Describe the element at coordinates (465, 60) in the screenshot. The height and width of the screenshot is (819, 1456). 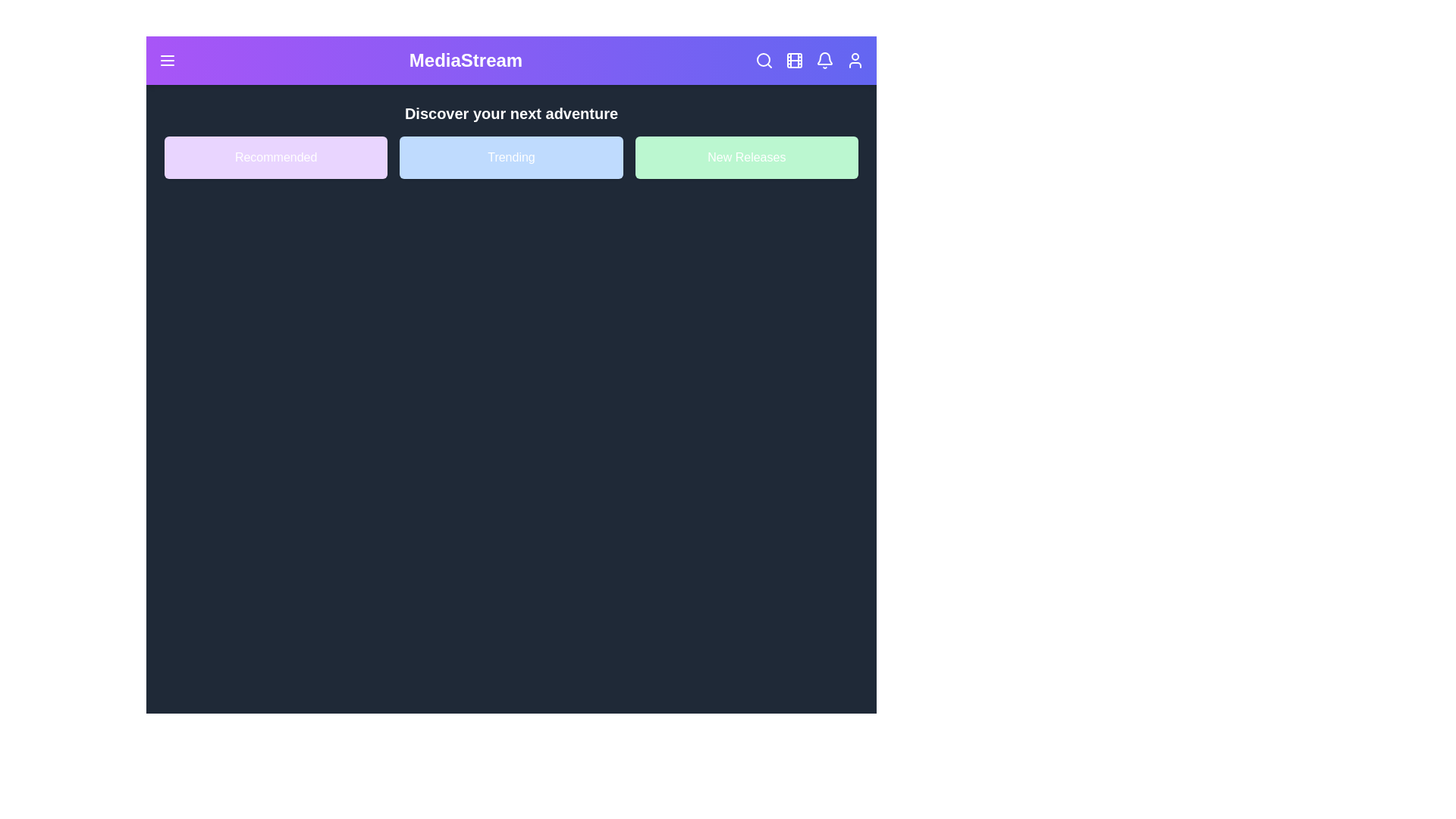
I see `the header title 'MediaStream'` at that location.